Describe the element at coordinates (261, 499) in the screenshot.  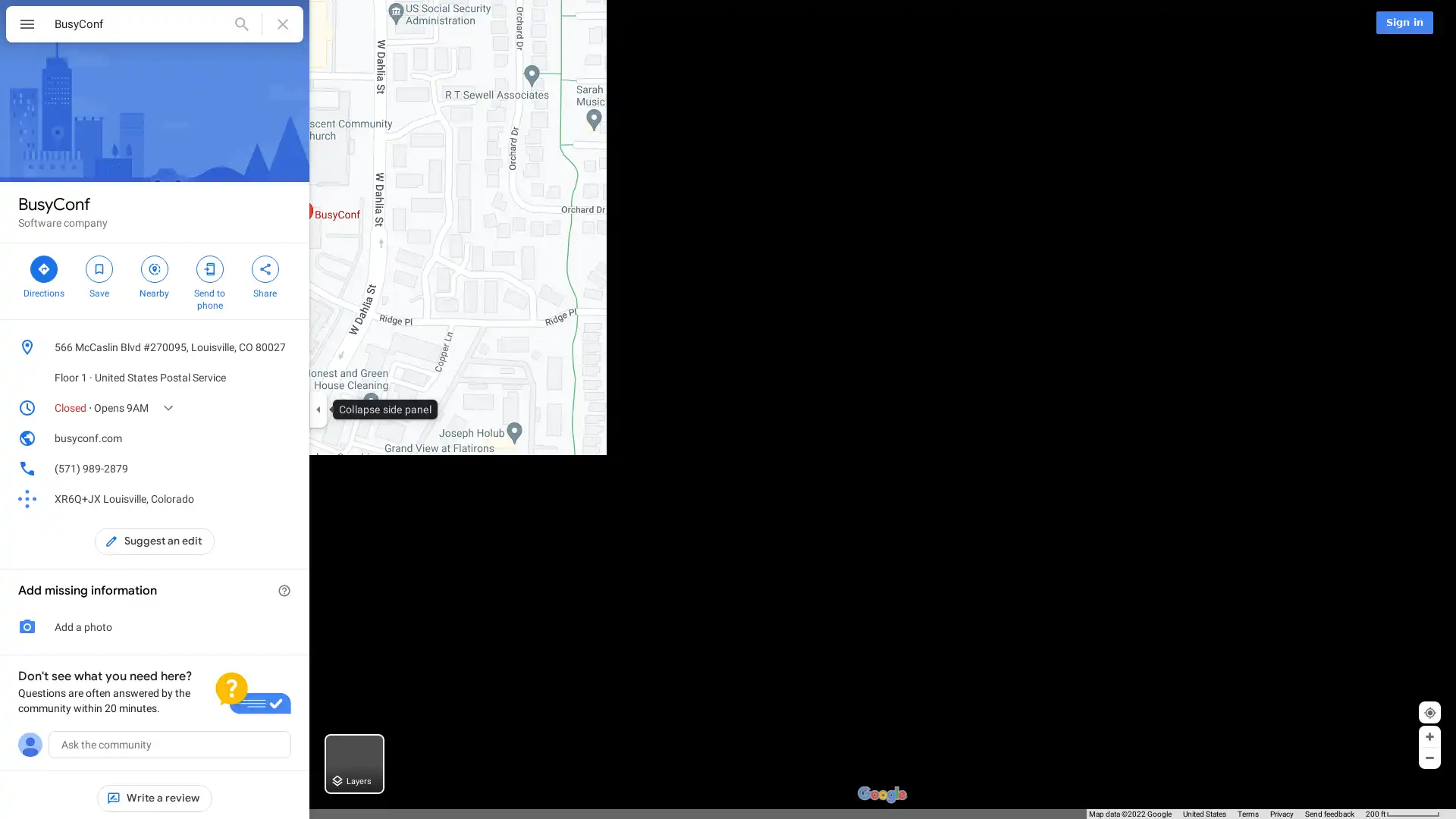
I see `Copy plus code` at that location.